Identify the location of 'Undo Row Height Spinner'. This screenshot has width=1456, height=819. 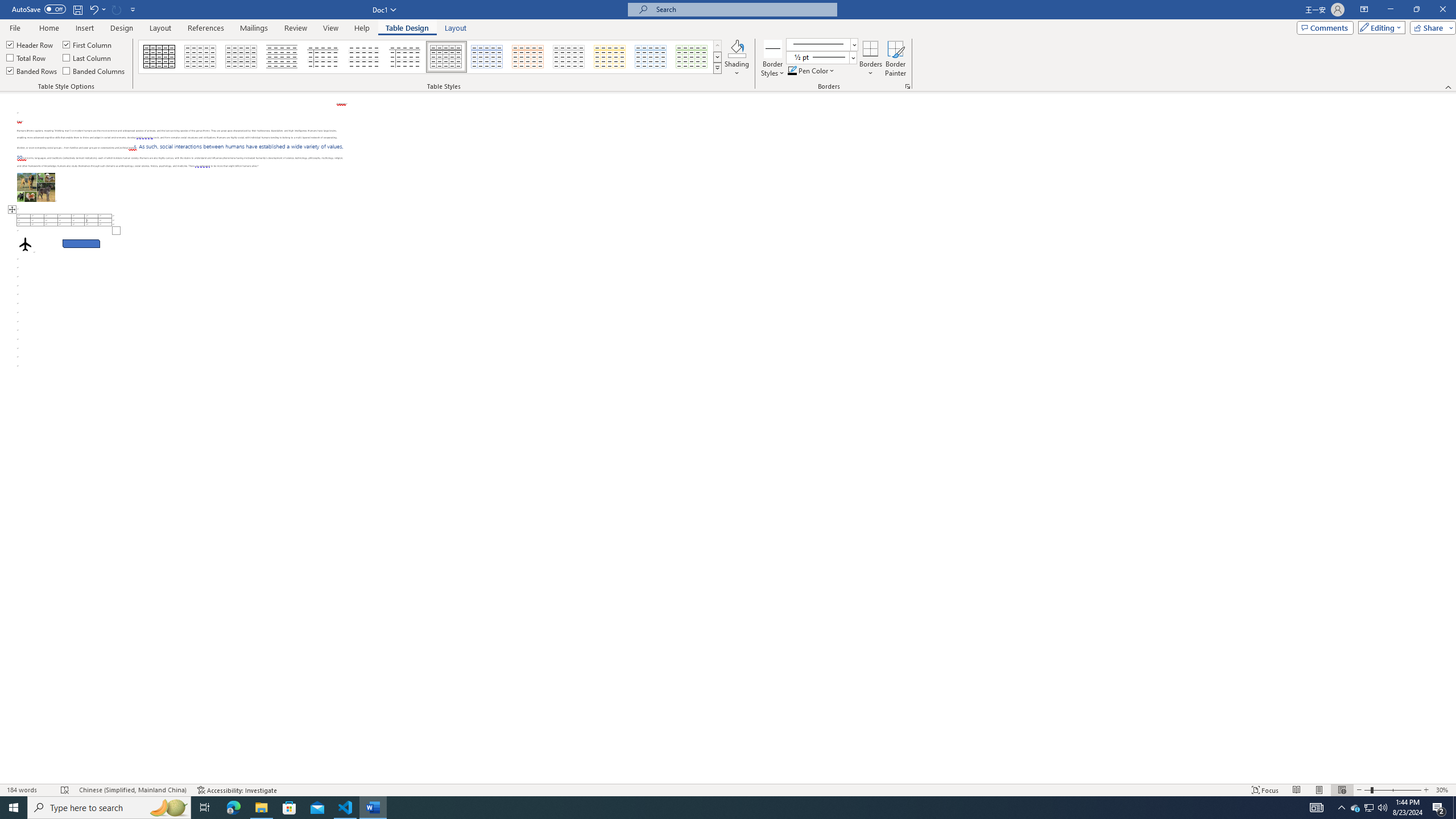
(93, 9).